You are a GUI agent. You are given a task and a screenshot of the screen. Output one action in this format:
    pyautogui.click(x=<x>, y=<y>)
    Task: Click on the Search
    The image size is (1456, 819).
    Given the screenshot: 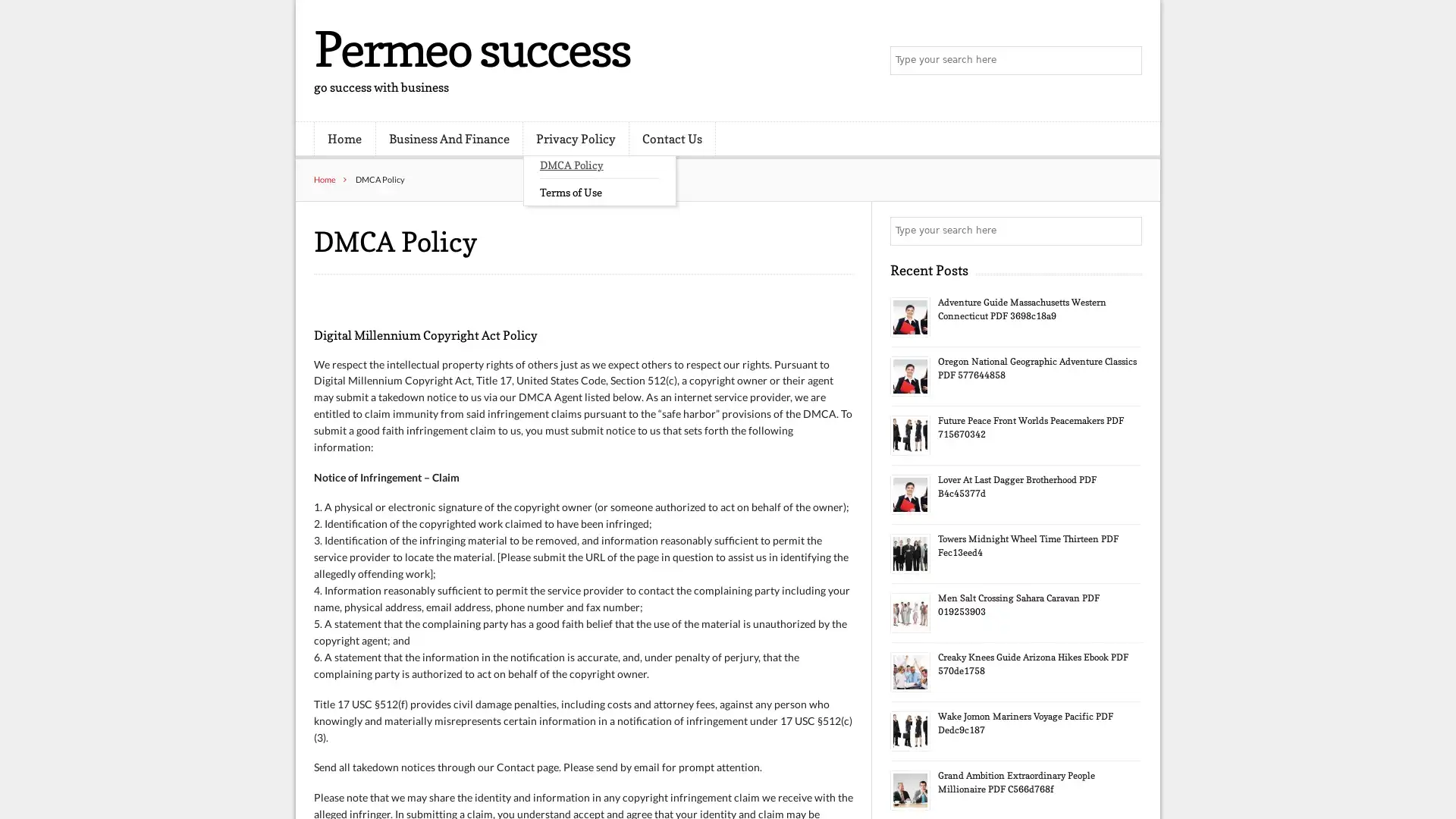 What is the action you would take?
    pyautogui.click(x=1126, y=61)
    